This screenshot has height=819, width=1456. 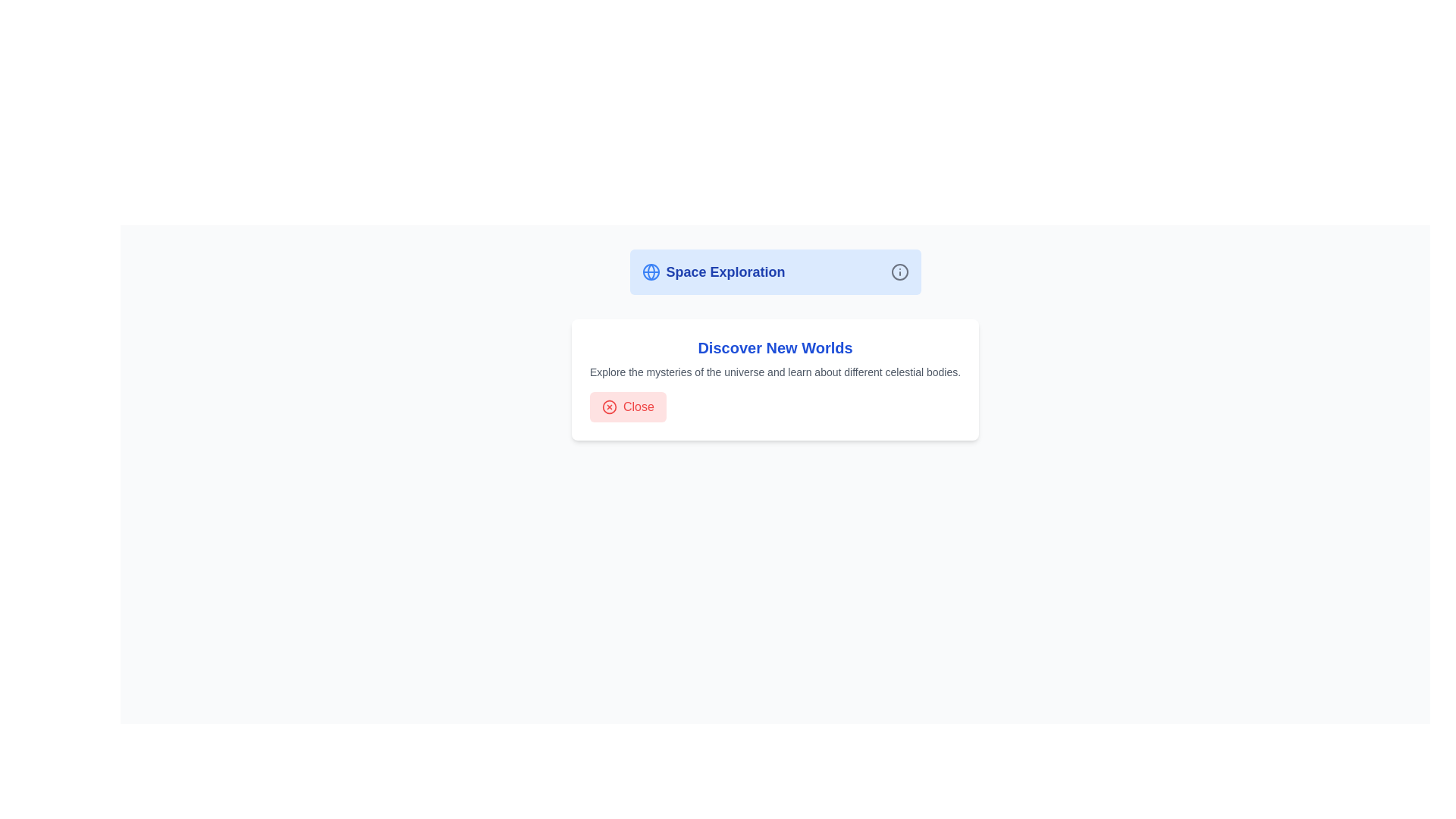 I want to click on the close icon located inside the button on the left side of the row labeled 'Close', so click(x=609, y=406).